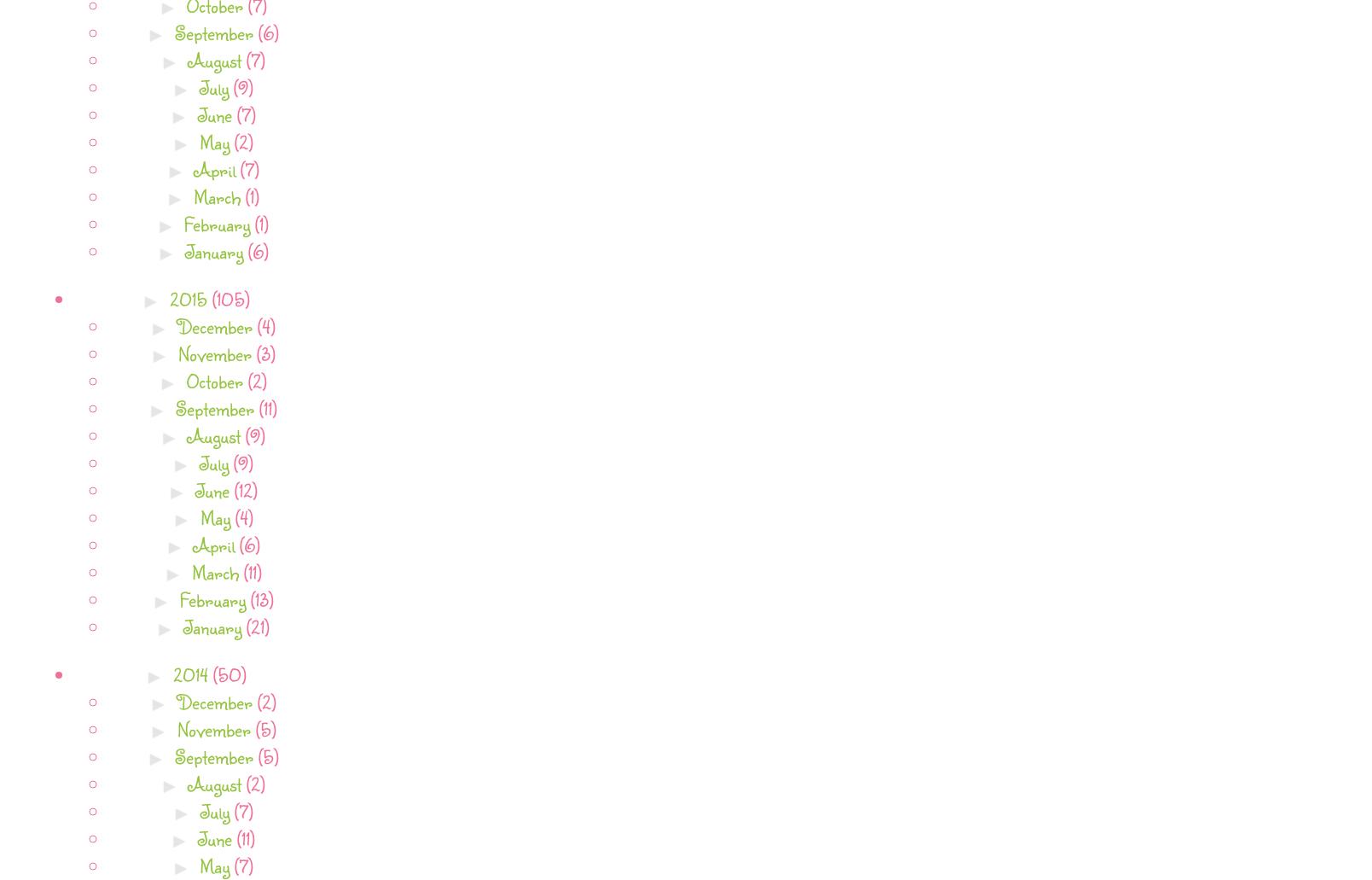 Image resolution: width=1372 pixels, height=880 pixels. Describe the element at coordinates (229, 297) in the screenshot. I see `'(105)'` at that location.